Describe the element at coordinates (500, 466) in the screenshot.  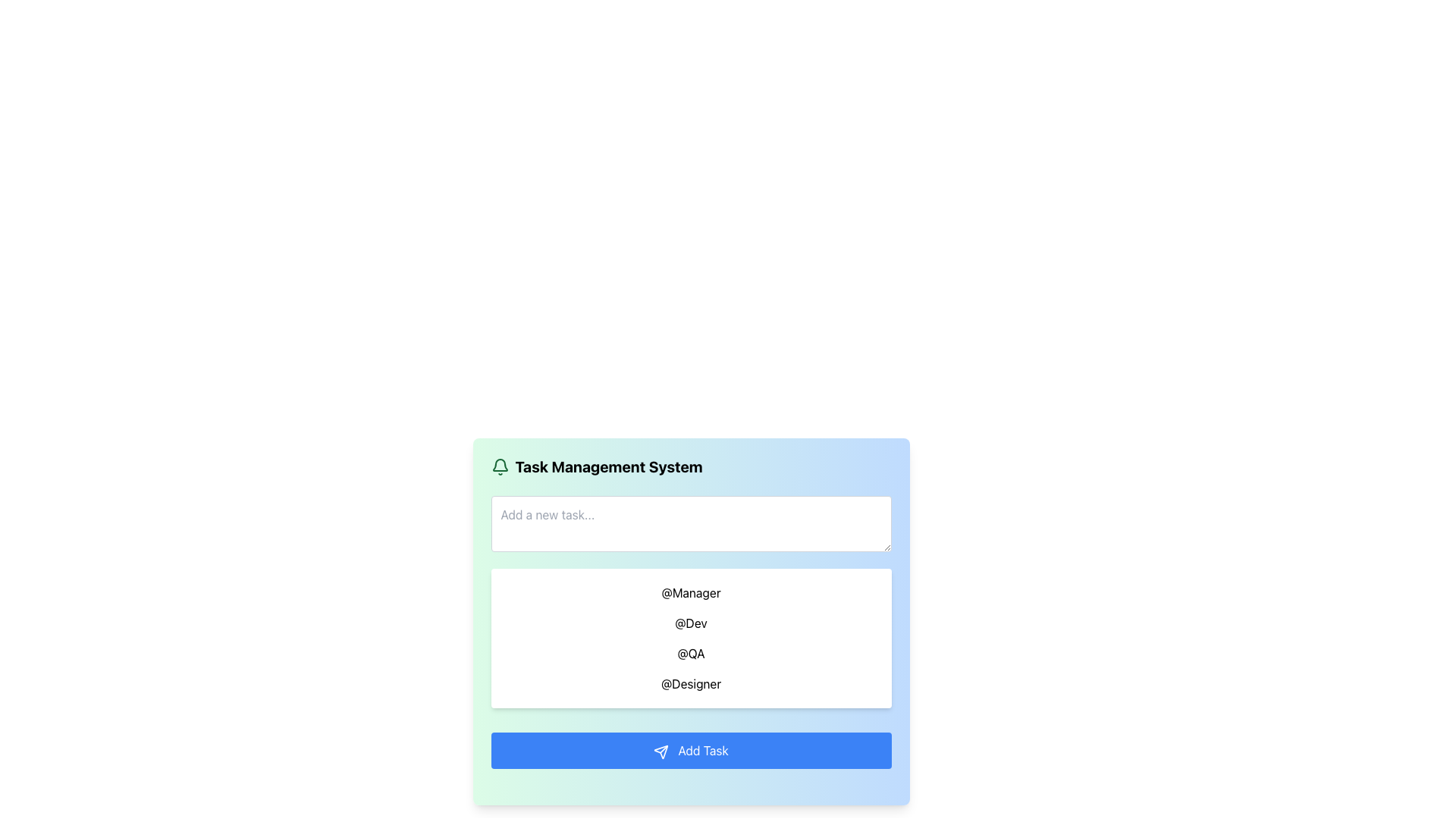
I see `the notification icon located to the left of the 'Task Management System' text in the header section of the card component` at that location.